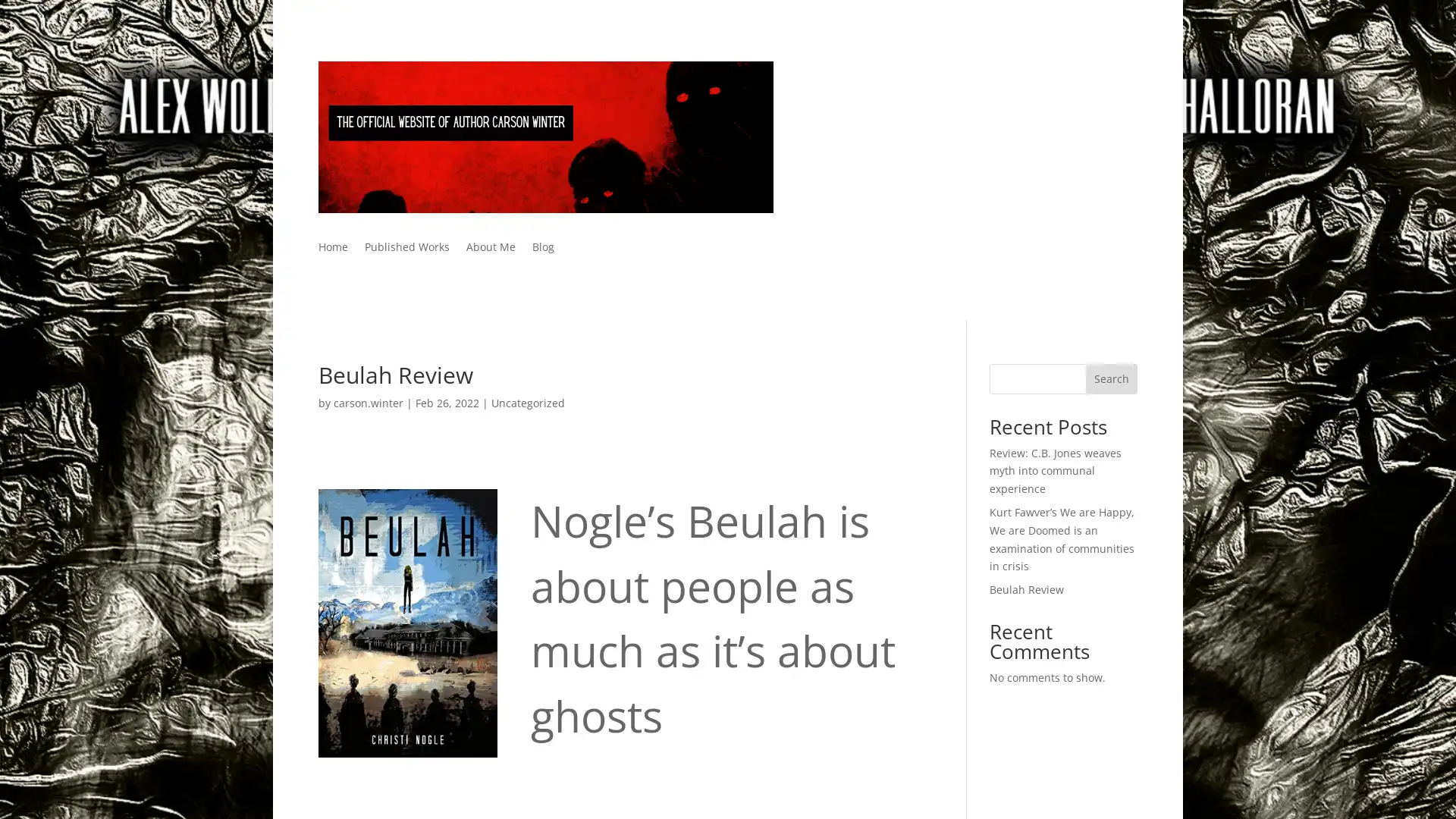 This screenshot has width=1456, height=819. I want to click on Search, so click(1111, 377).